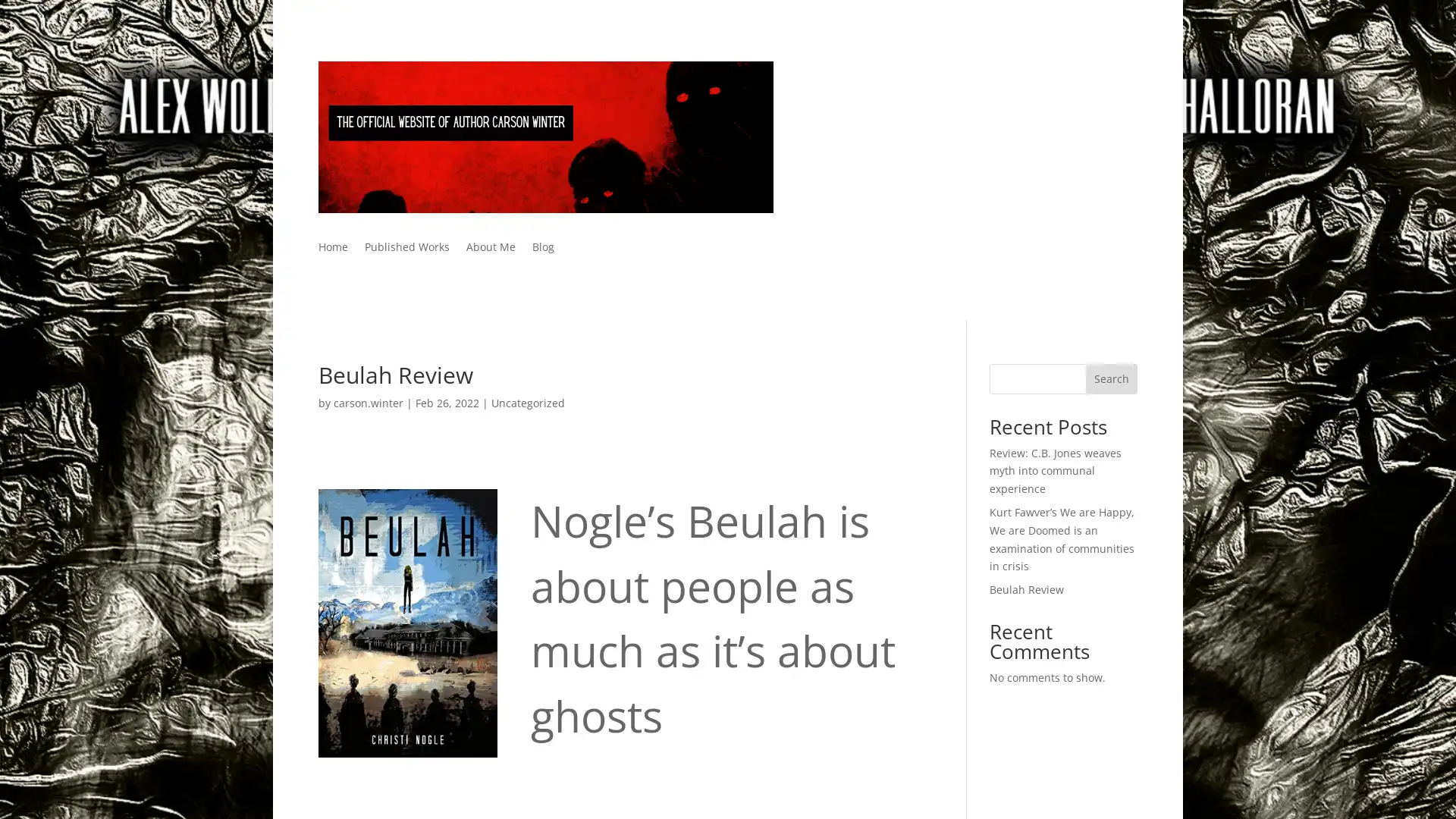 This screenshot has width=1456, height=819. I want to click on Search, so click(1111, 377).